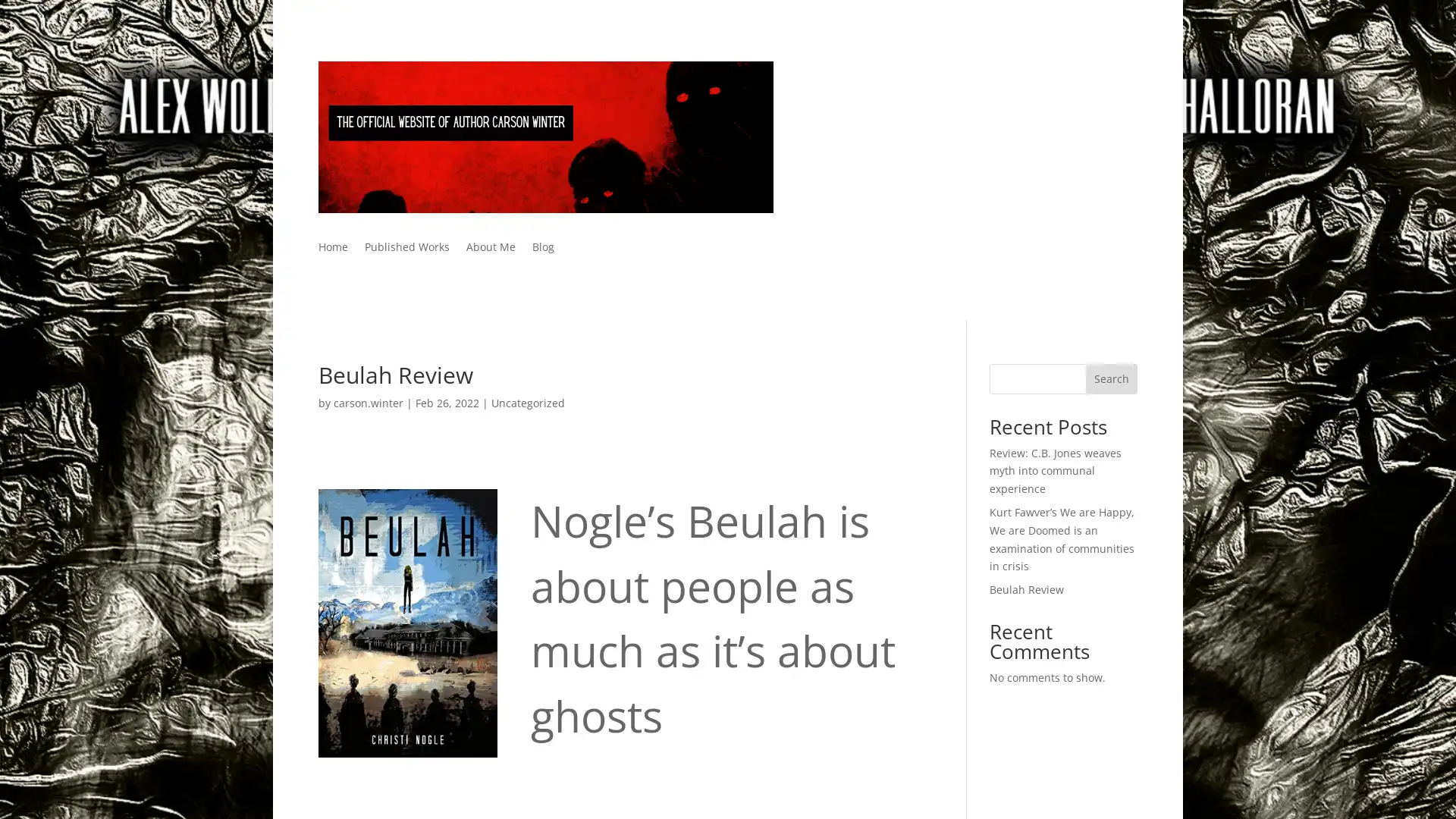 This screenshot has width=1456, height=819. I want to click on Search, so click(1111, 377).